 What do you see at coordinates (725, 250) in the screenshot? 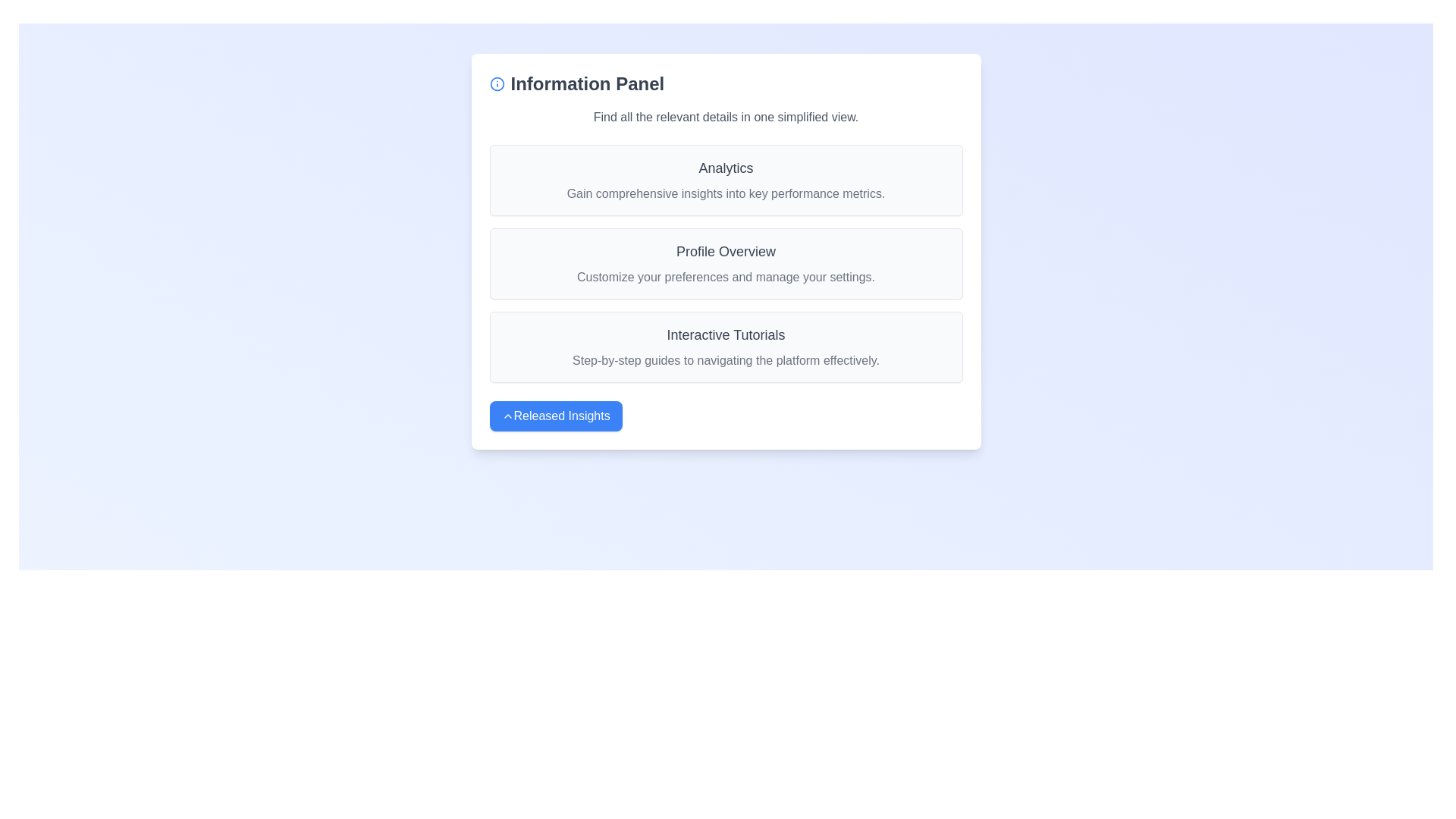
I see `the sections within the Informational Card that provide an overview of key features such as 'Analytics', 'Profile Overview', and 'Interactive Tutorials', if they are interactive` at bounding box center [725, 250].